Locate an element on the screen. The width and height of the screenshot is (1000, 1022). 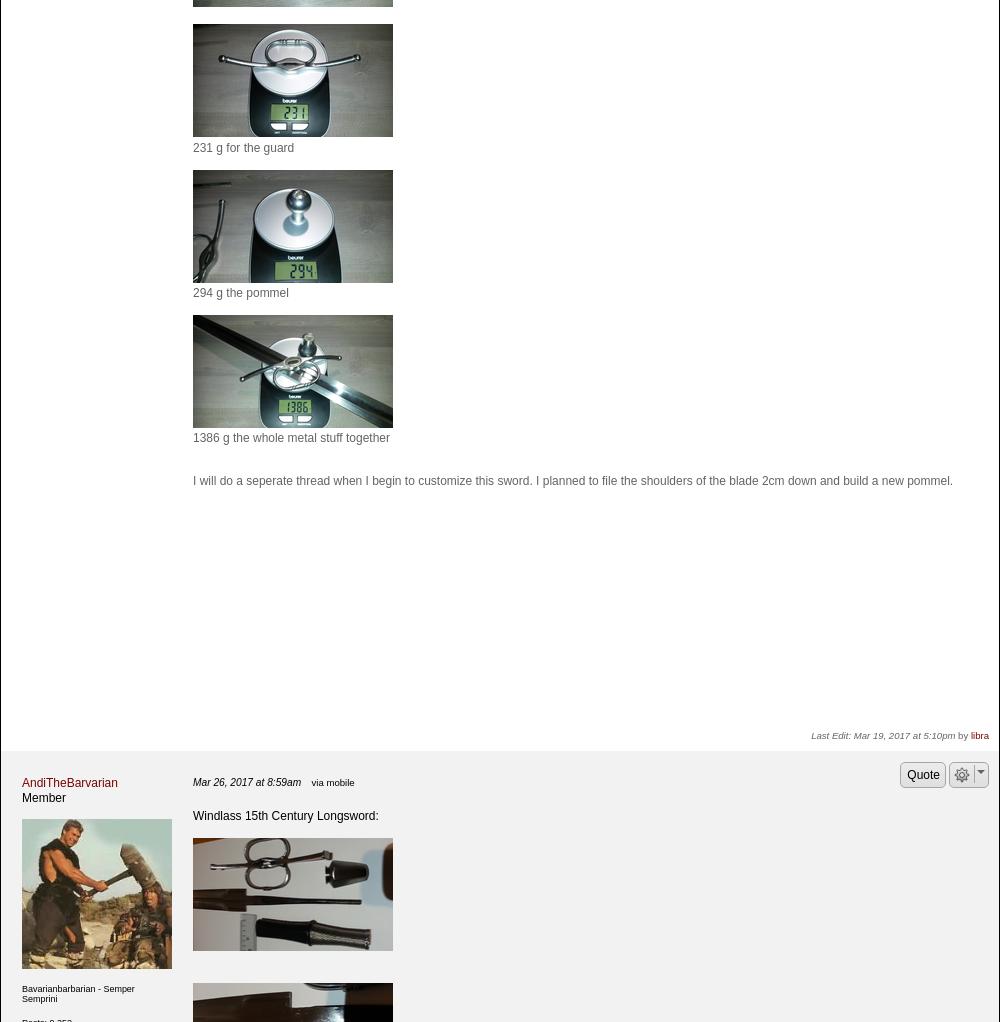
'1386 g the whole metal stuff together' is located at coordinates (291, 438).